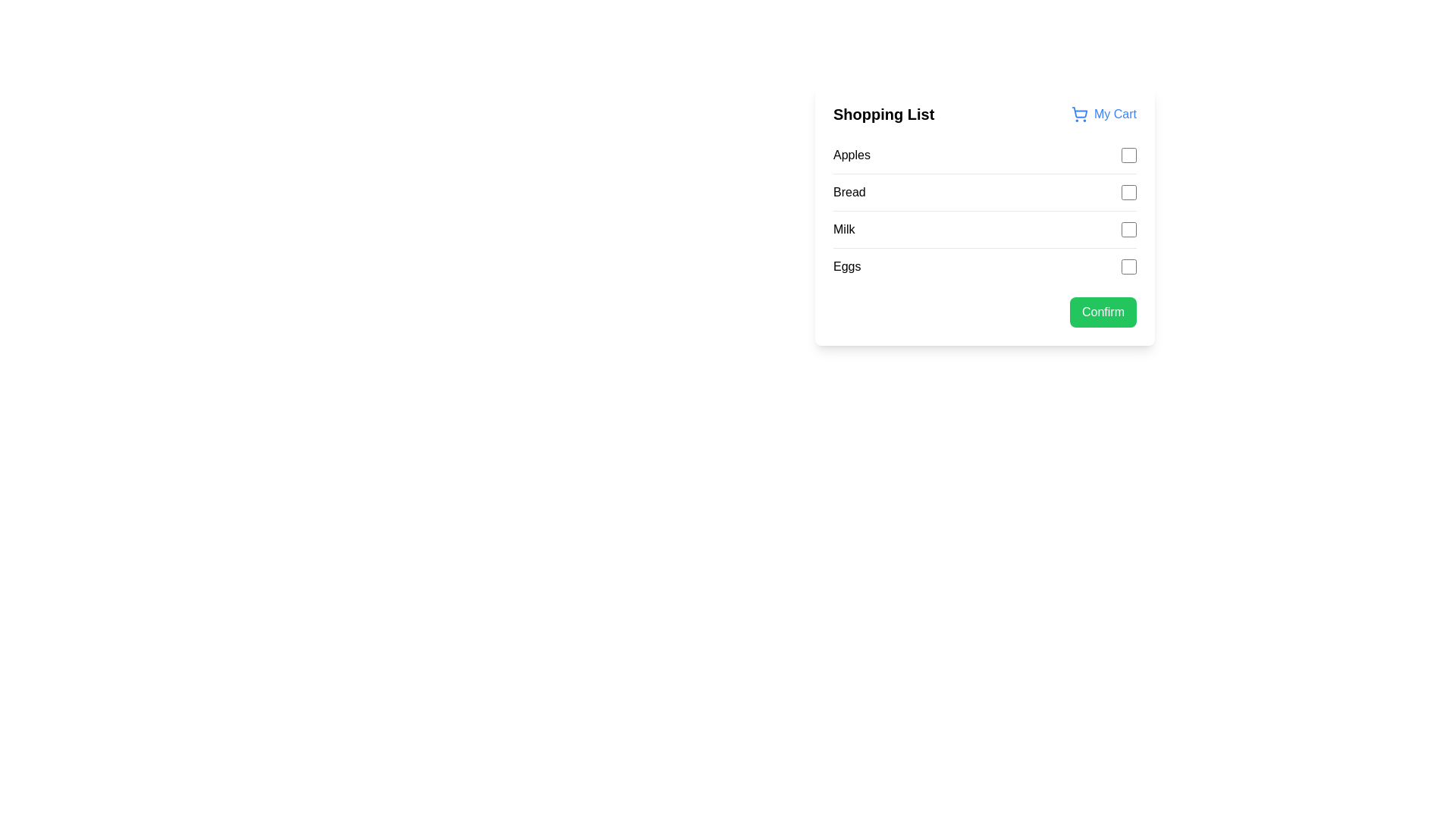  I want to click on the checkbox next to the 'Milk' item in the 'Shopping List', so click(985, 228).